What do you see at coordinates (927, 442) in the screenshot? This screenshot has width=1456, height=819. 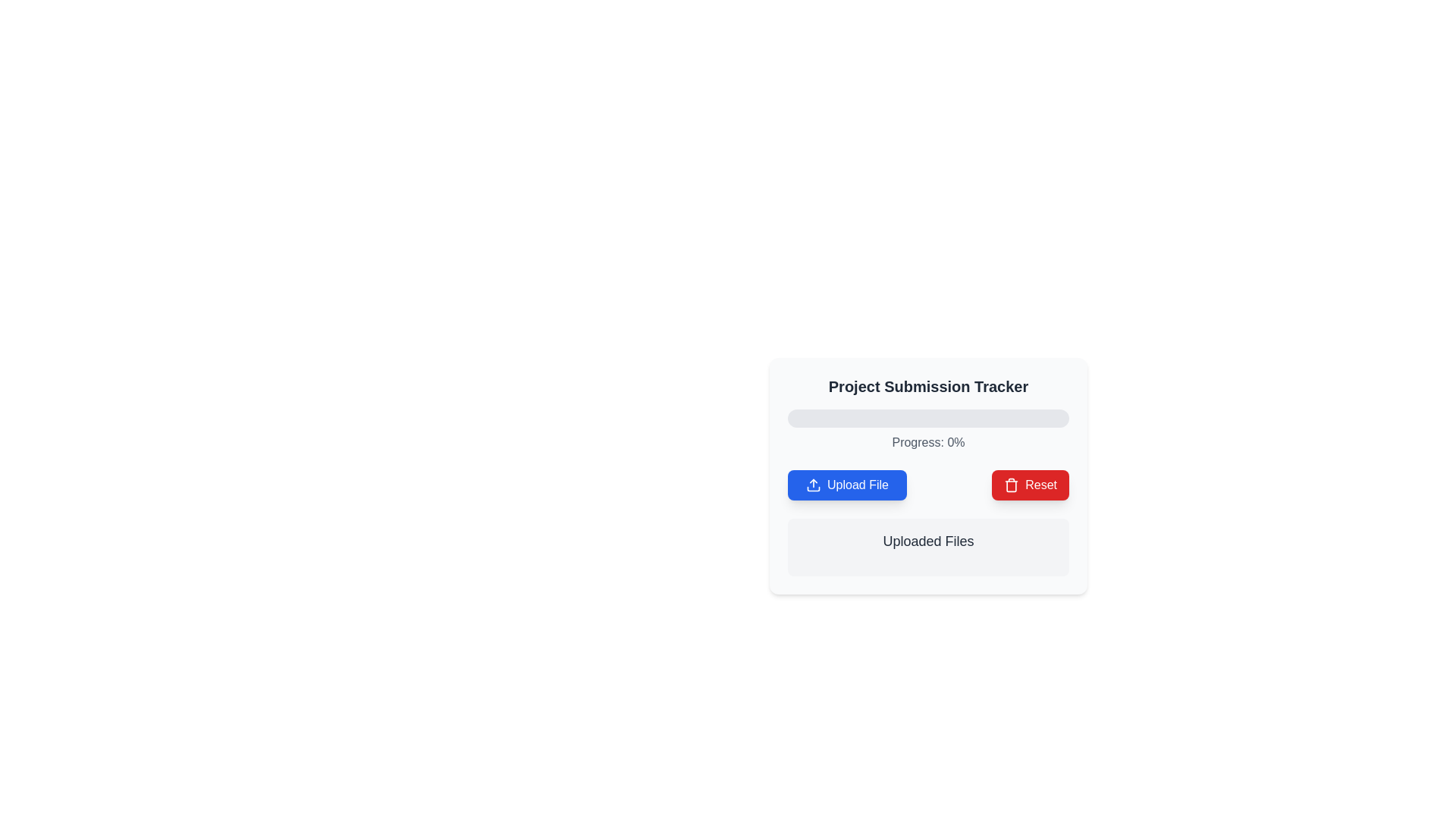 I see `the static text label displaying 'Progress: 0%' located beneath the progress bar in the 'Project Submission Tracker' section` at bounding box center [927, 442].